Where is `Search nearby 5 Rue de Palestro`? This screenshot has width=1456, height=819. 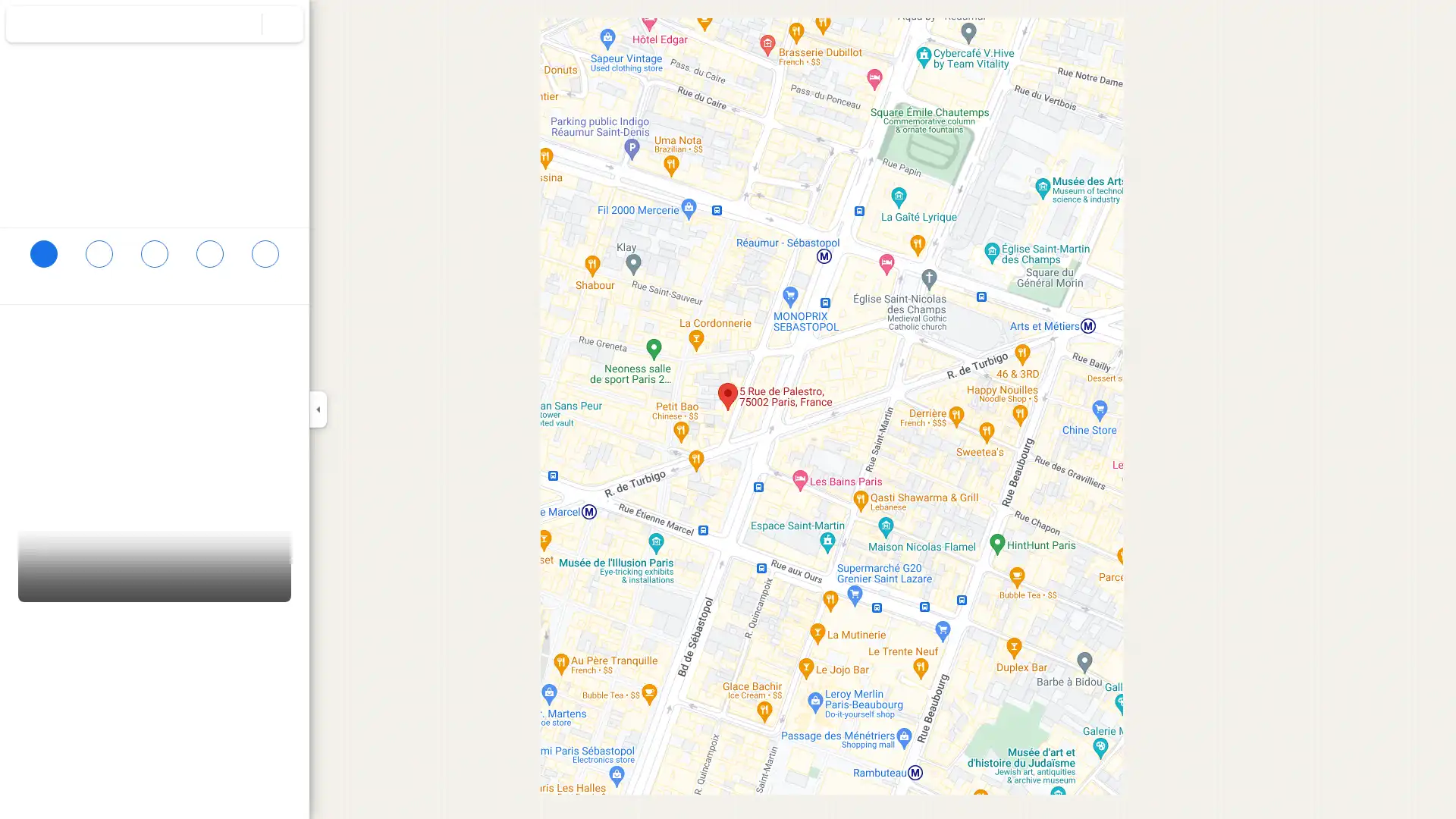 Search nearby 5 Rue de Palestro is located at coordinates (154, 259).